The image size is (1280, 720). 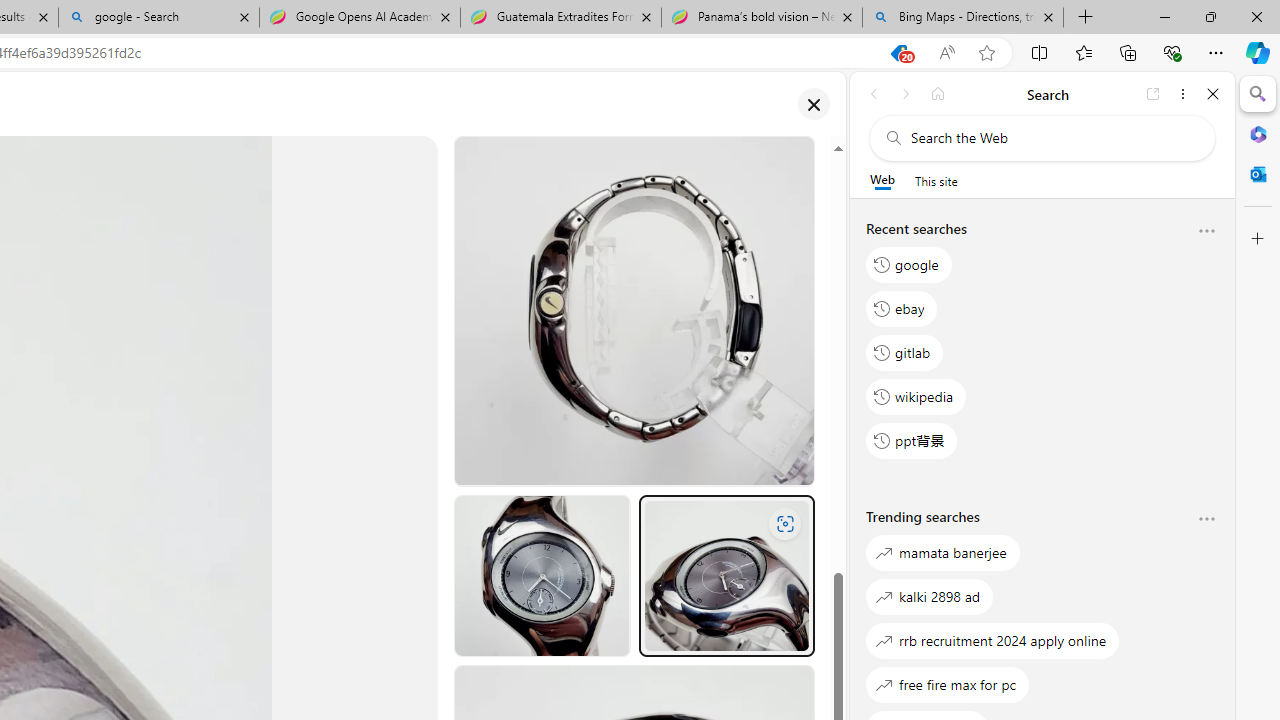 What do you see at coordinates (908, 263) in the screenshot?
I see `'google'` at bounding box center [908, 263].